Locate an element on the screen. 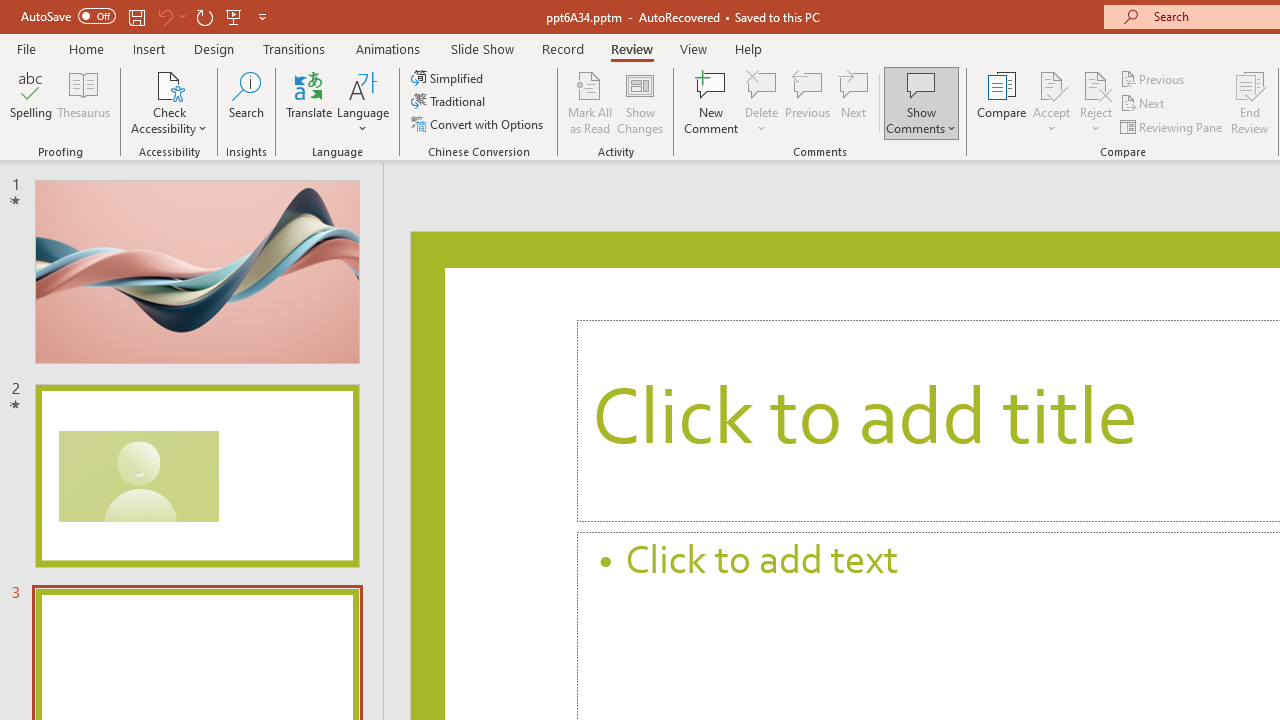 The image size is (1280, 720). 'Mark All as Read' is located at coordinates (589, 103).